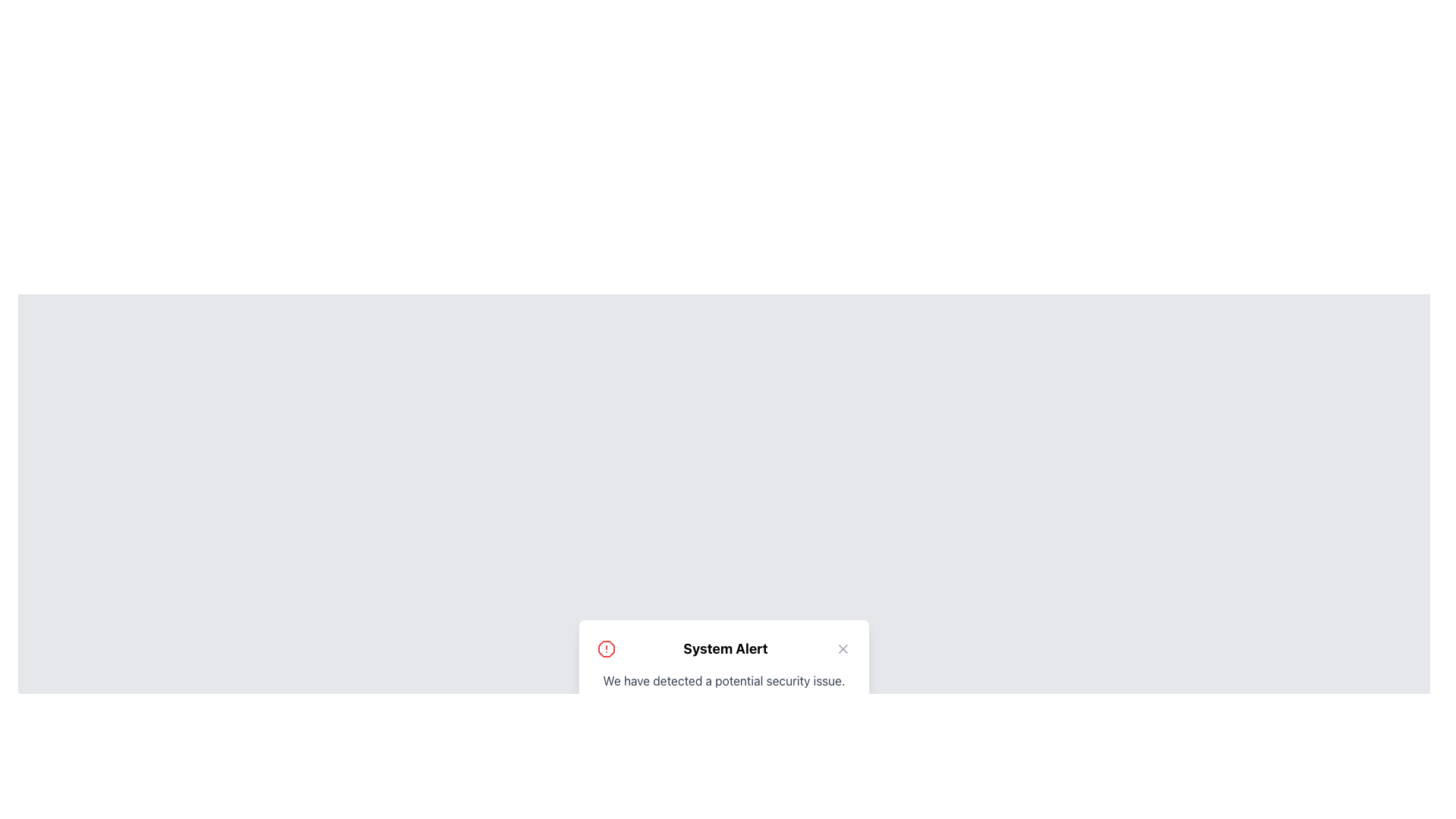  I want to click on the red octagon warning icon located inside the alert modal box, positioned to the left of the 'System Alert' text in the modal's header, so click(607, 648).